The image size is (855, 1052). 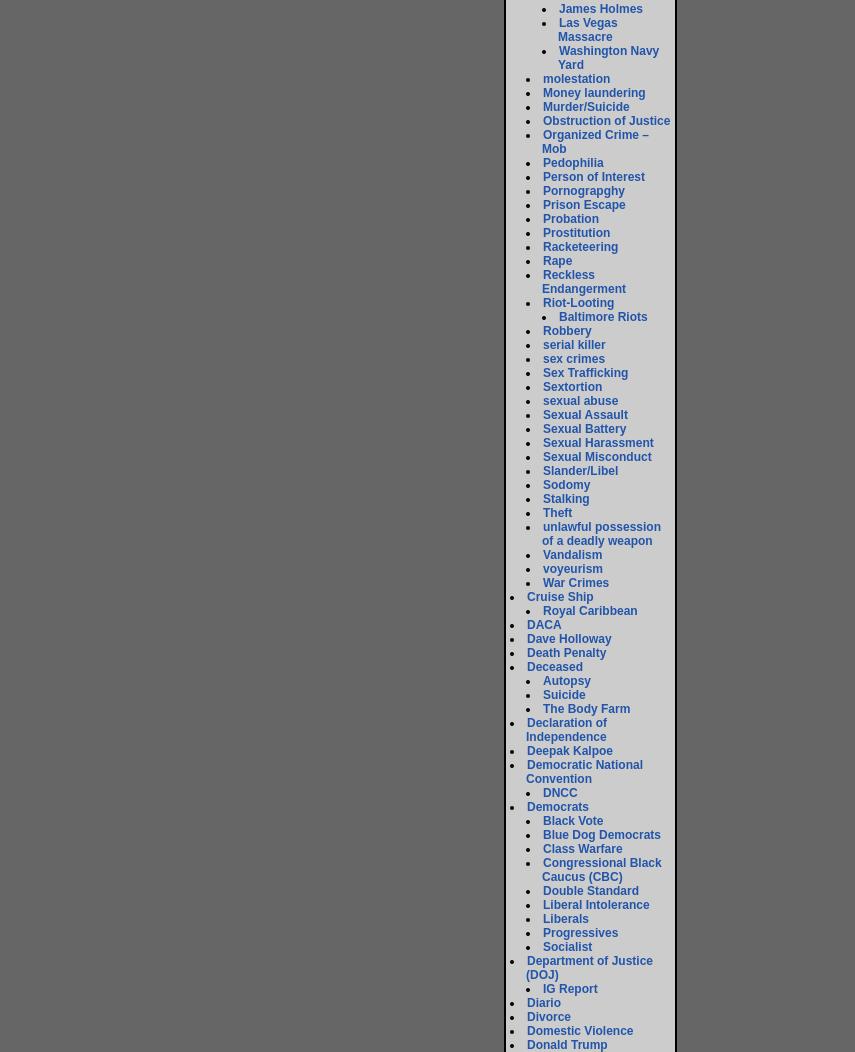 What do you see at coordinates (543, 511) in the screenshot?
I see `'Theft'` at bounding box center [543, 511].